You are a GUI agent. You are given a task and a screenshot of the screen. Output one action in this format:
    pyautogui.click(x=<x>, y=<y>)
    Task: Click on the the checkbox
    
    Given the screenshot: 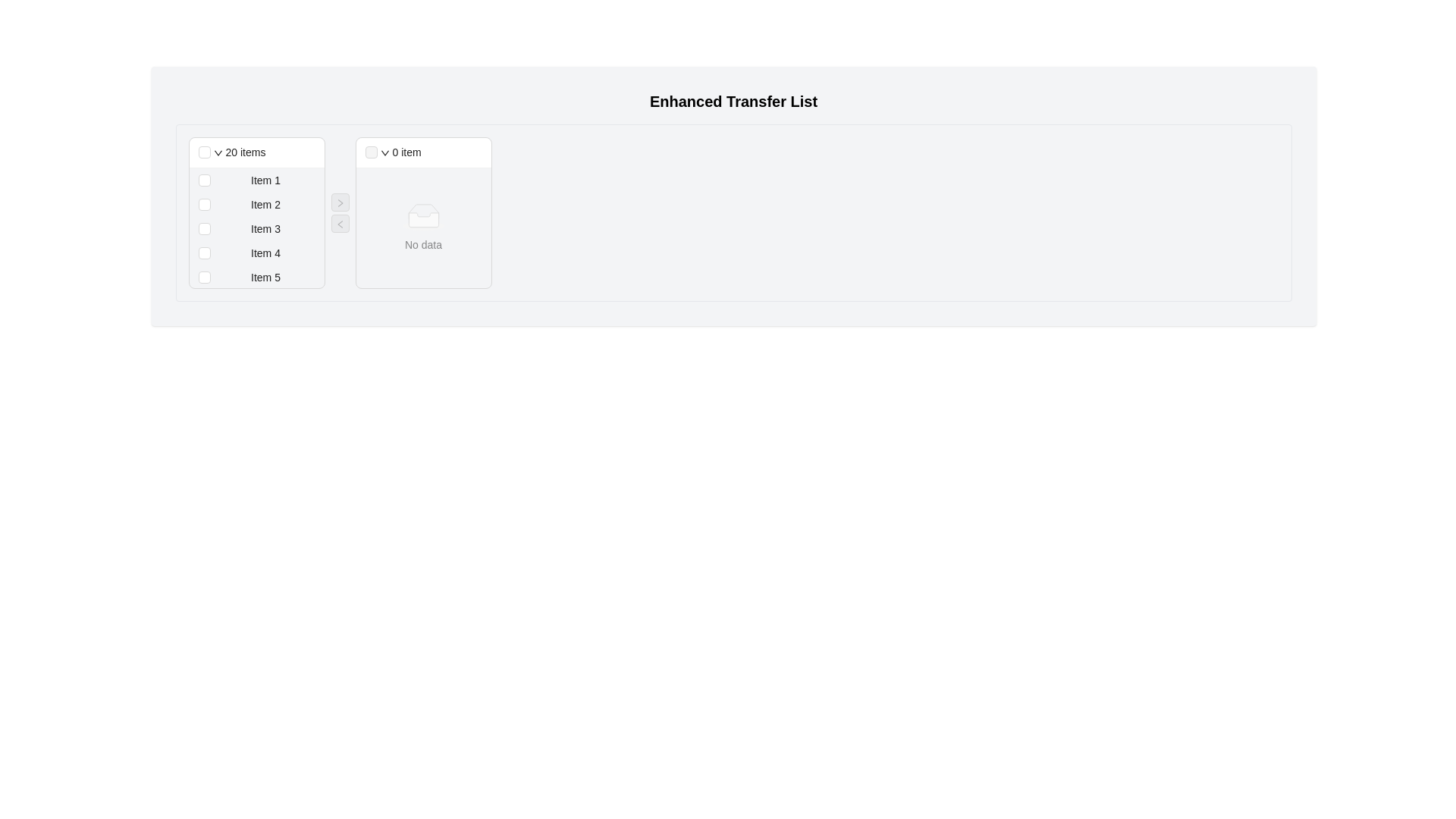 What is the action you would take?
    pyautogui.click(x=256, y=205)
    